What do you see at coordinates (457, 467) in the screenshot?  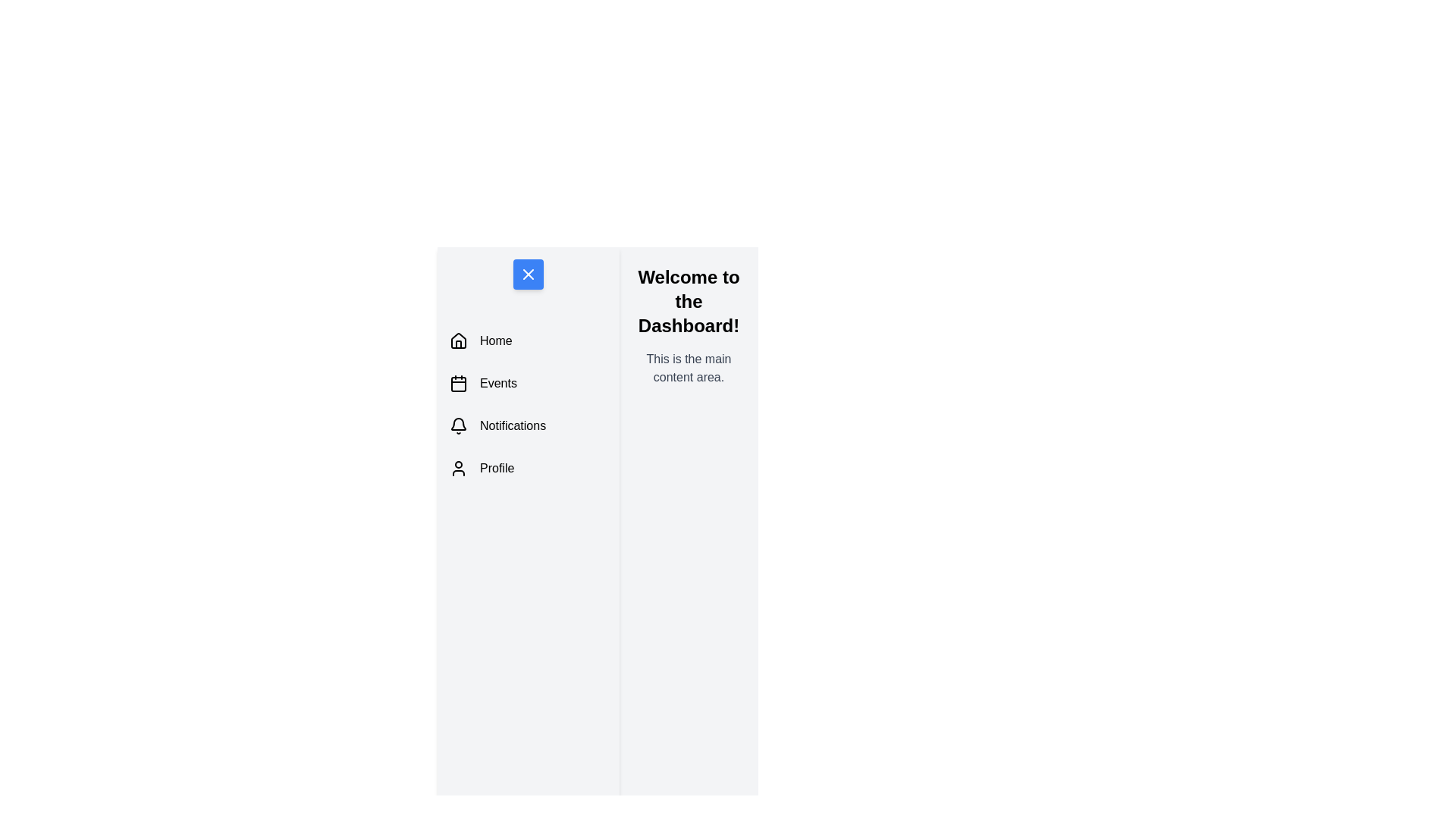 I see `the 'Profile' icon located in the left sidebar, which serves as a visual identifier for user-related actions or settings` at bounding box center [457, 467].